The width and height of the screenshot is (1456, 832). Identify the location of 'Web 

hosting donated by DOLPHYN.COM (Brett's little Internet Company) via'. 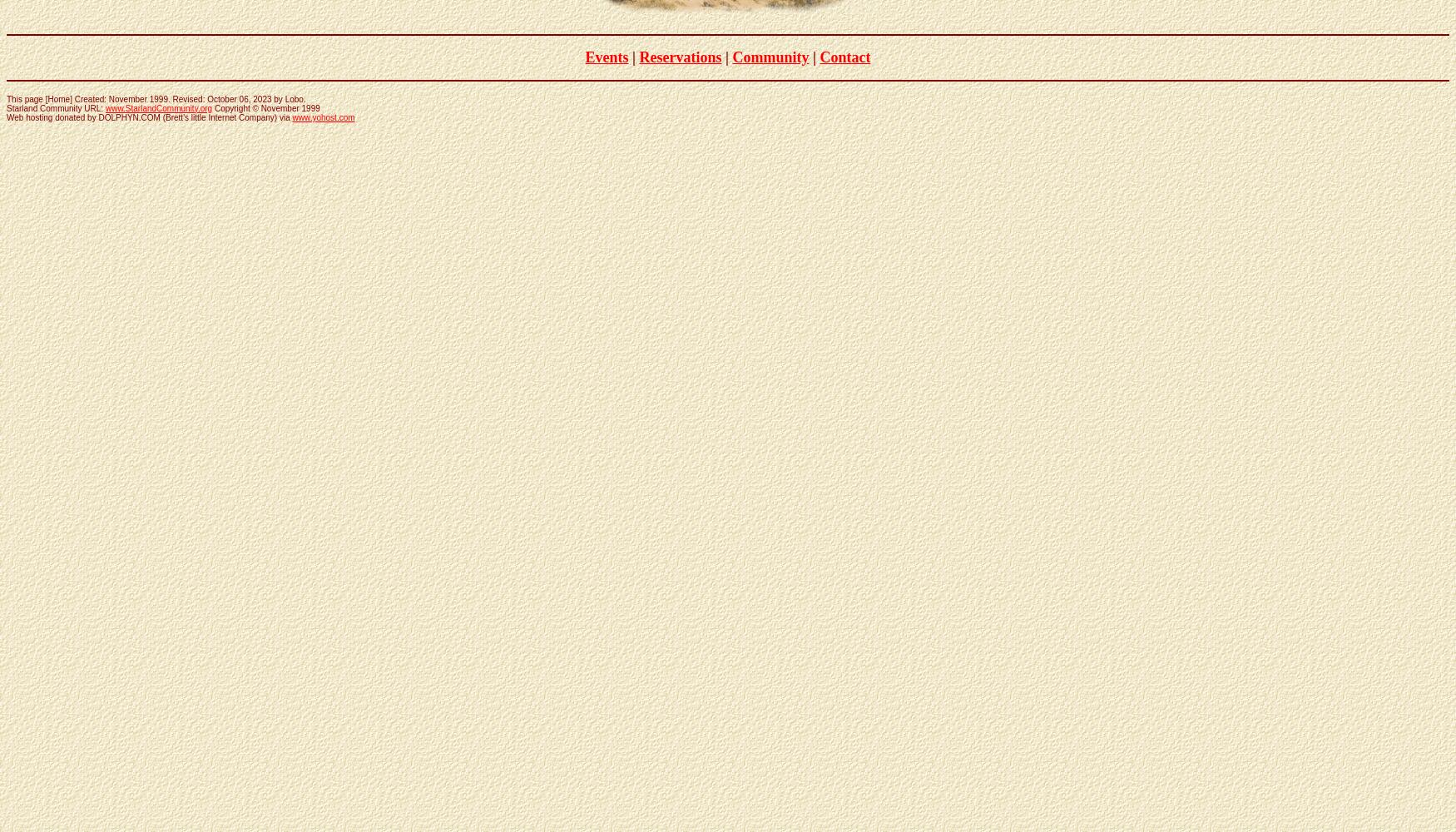
(148, 116).